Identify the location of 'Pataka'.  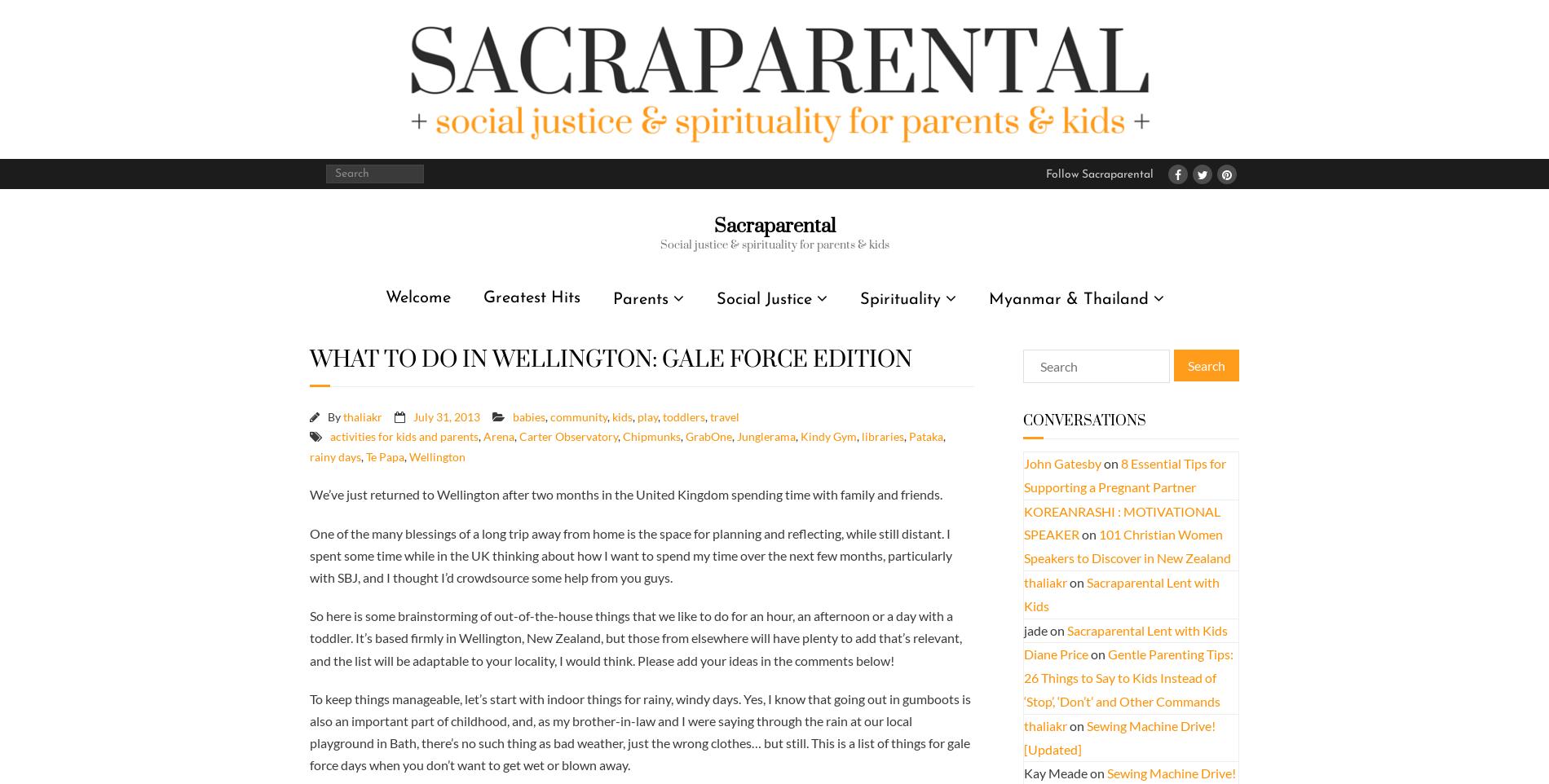
(908, 436).